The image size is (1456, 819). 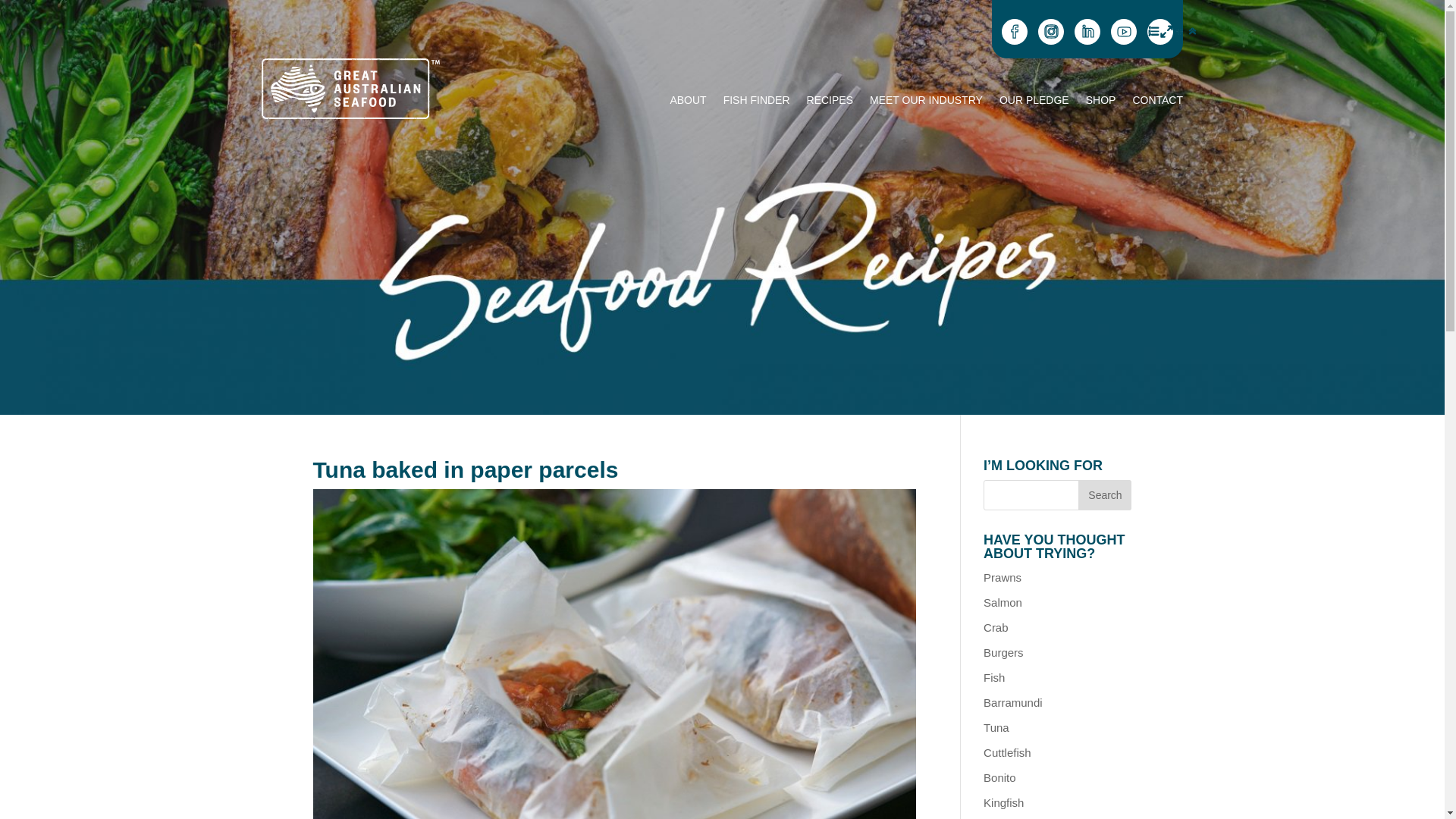 I want to click on 'SHOP', so click(x=1084, y=102).